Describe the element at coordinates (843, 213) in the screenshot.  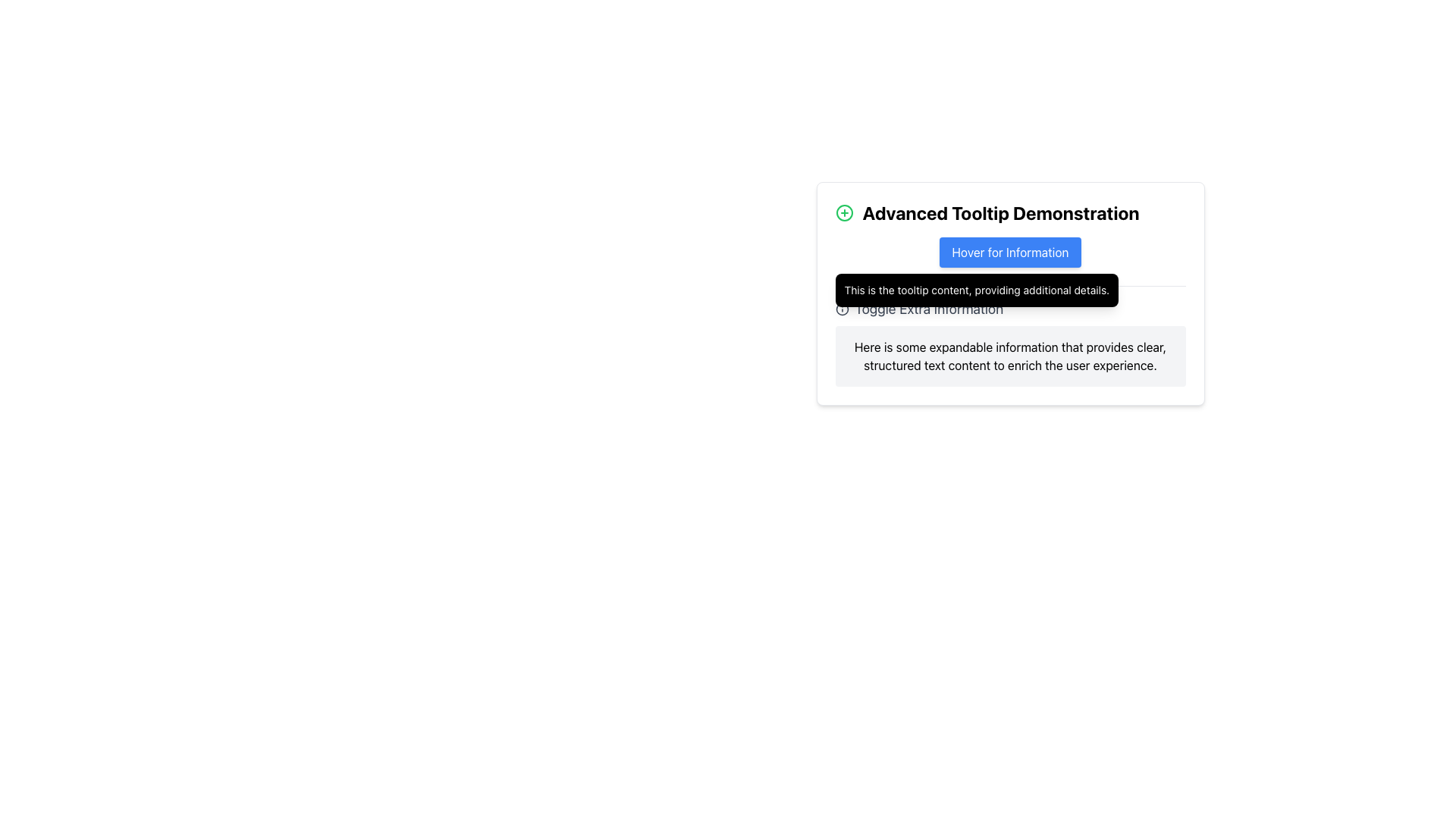
I see `the SVG Circle that represents the 'plus' icon in the upper-left corner of the 'Advanced Tooltip Demonstration' card` at that location.